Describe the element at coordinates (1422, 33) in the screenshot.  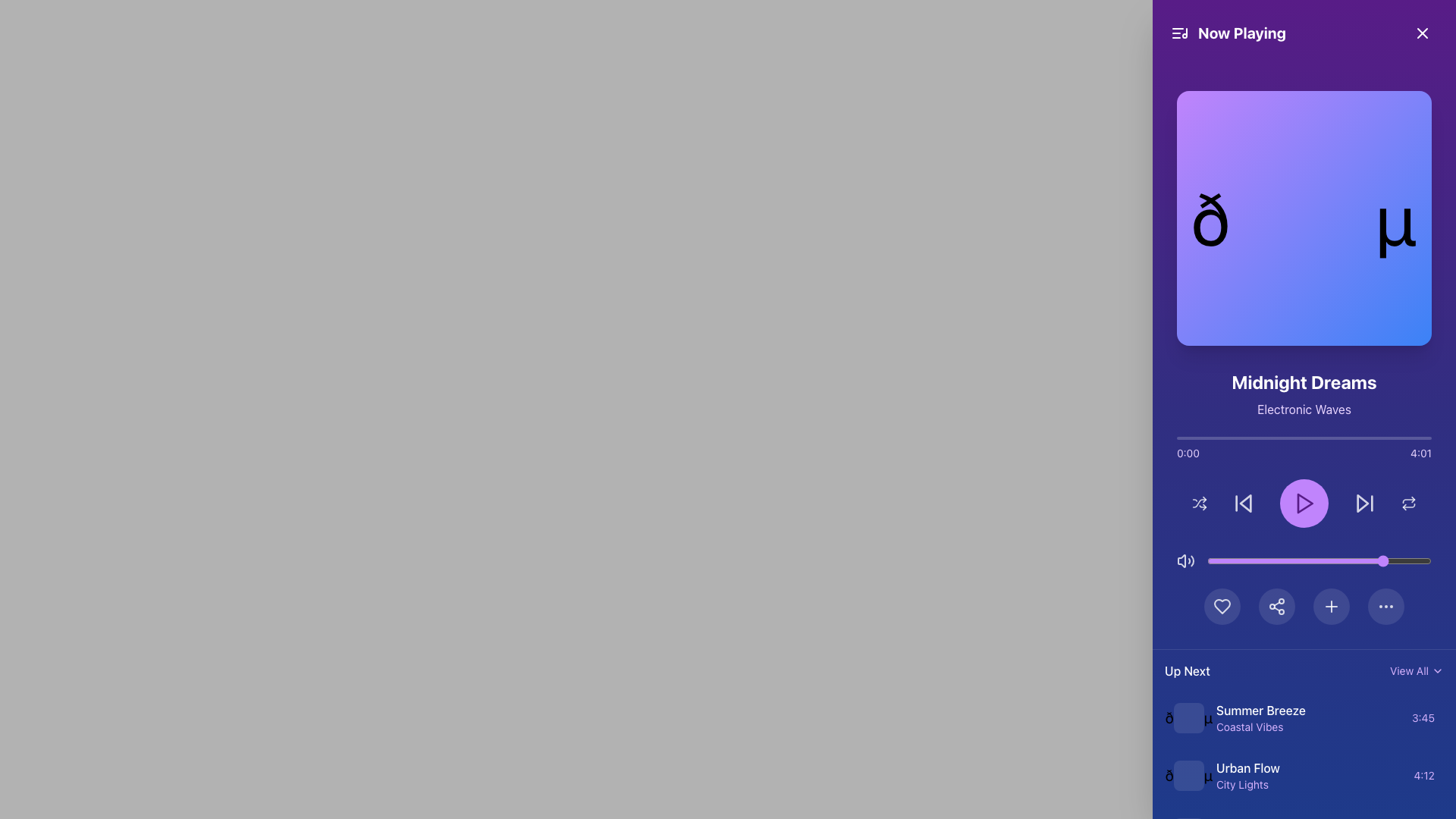
I see `the line segment forming part of the 'X' icon in the top-right corner of the interface, which serves as the close button for the panel` at that location.